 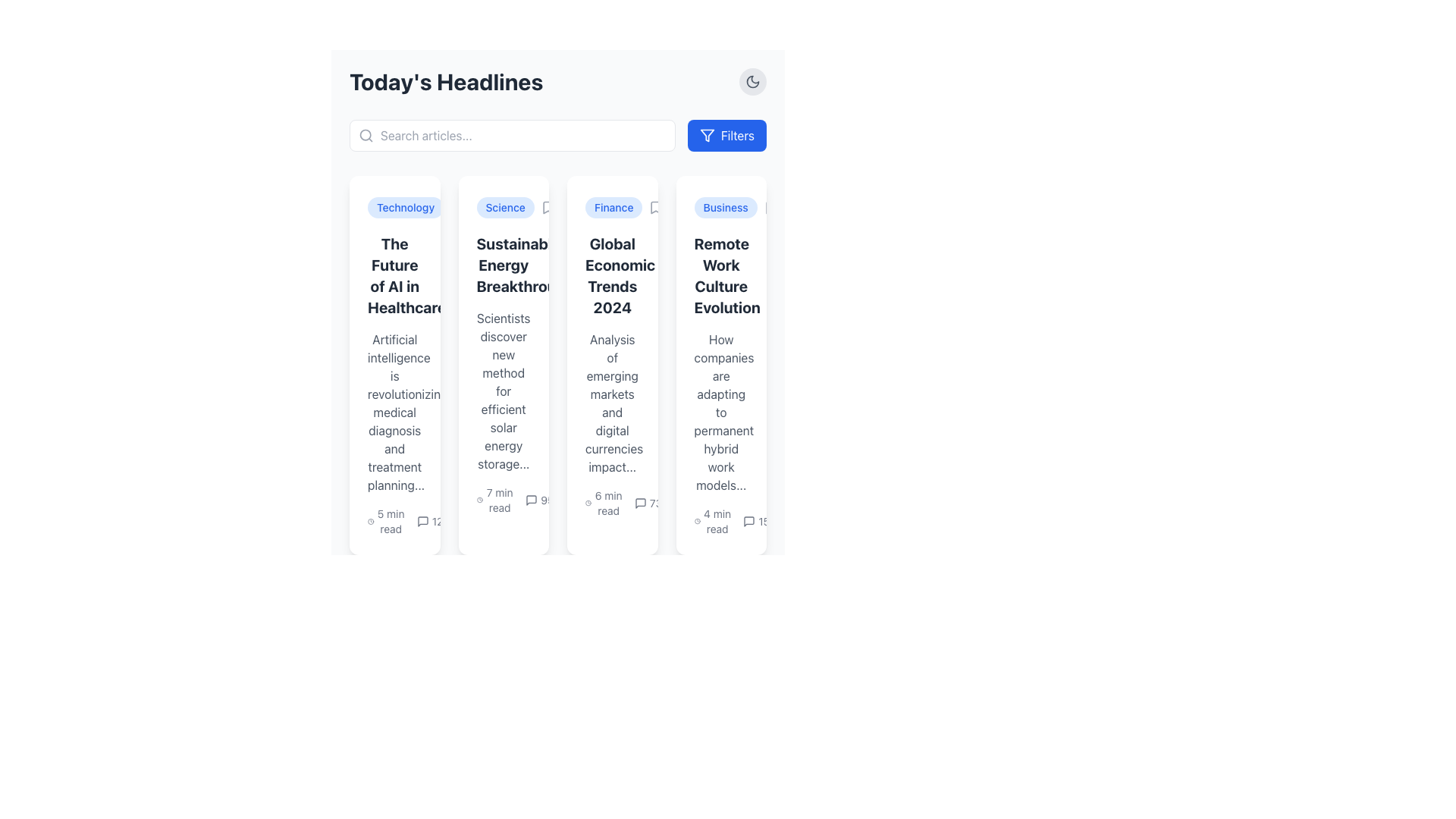 What do you see at coordinates (504, 265) in the screenshot?
I see `the text block displaying 'Sustainable Energy Breakthrough', styled in bold sans-serif font and located below the 'Science' badge` at bounding box center [504, 265].